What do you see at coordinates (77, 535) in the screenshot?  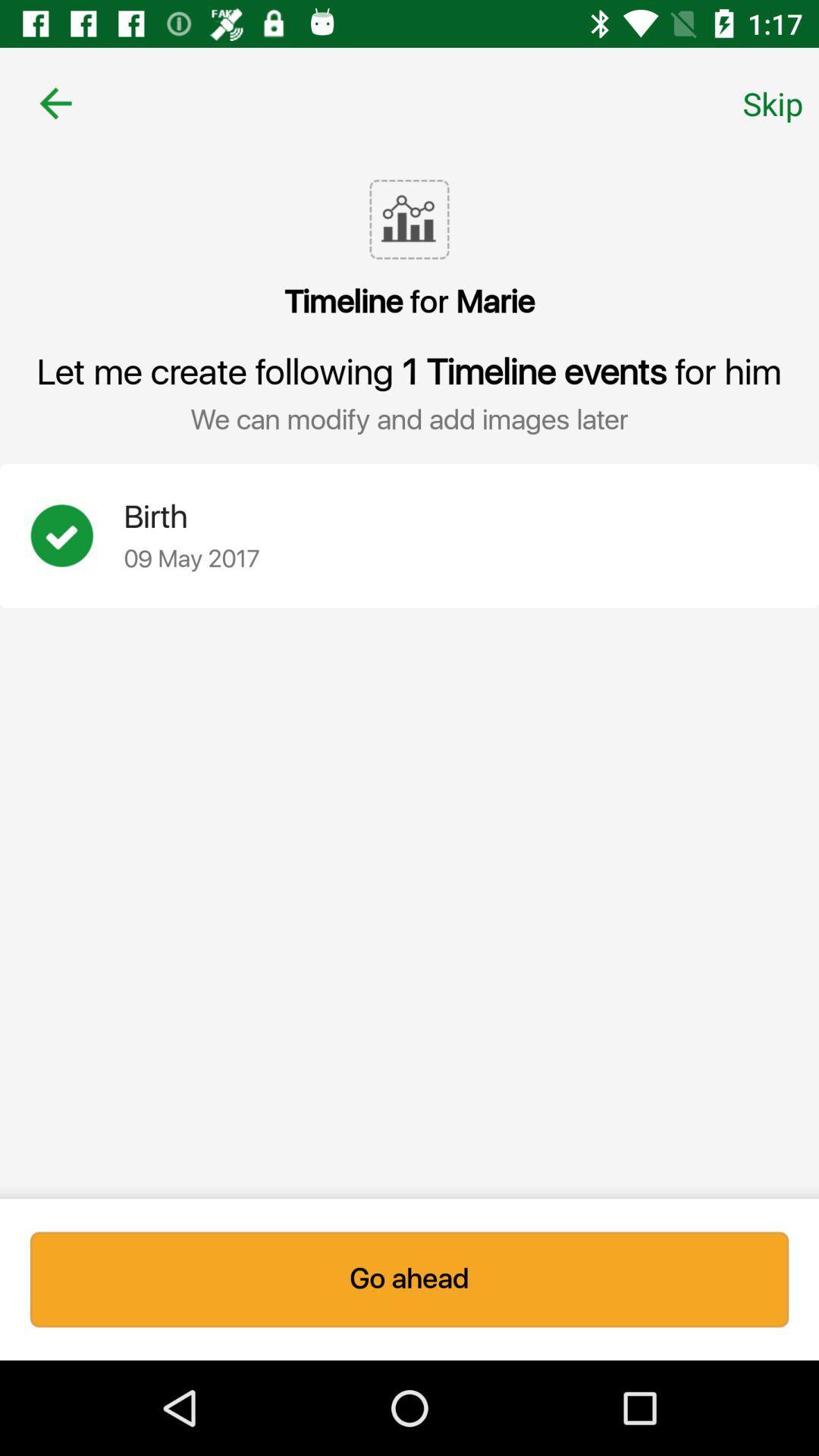 I see `the item above the go ahead icon` at bounding box center [77, 535].